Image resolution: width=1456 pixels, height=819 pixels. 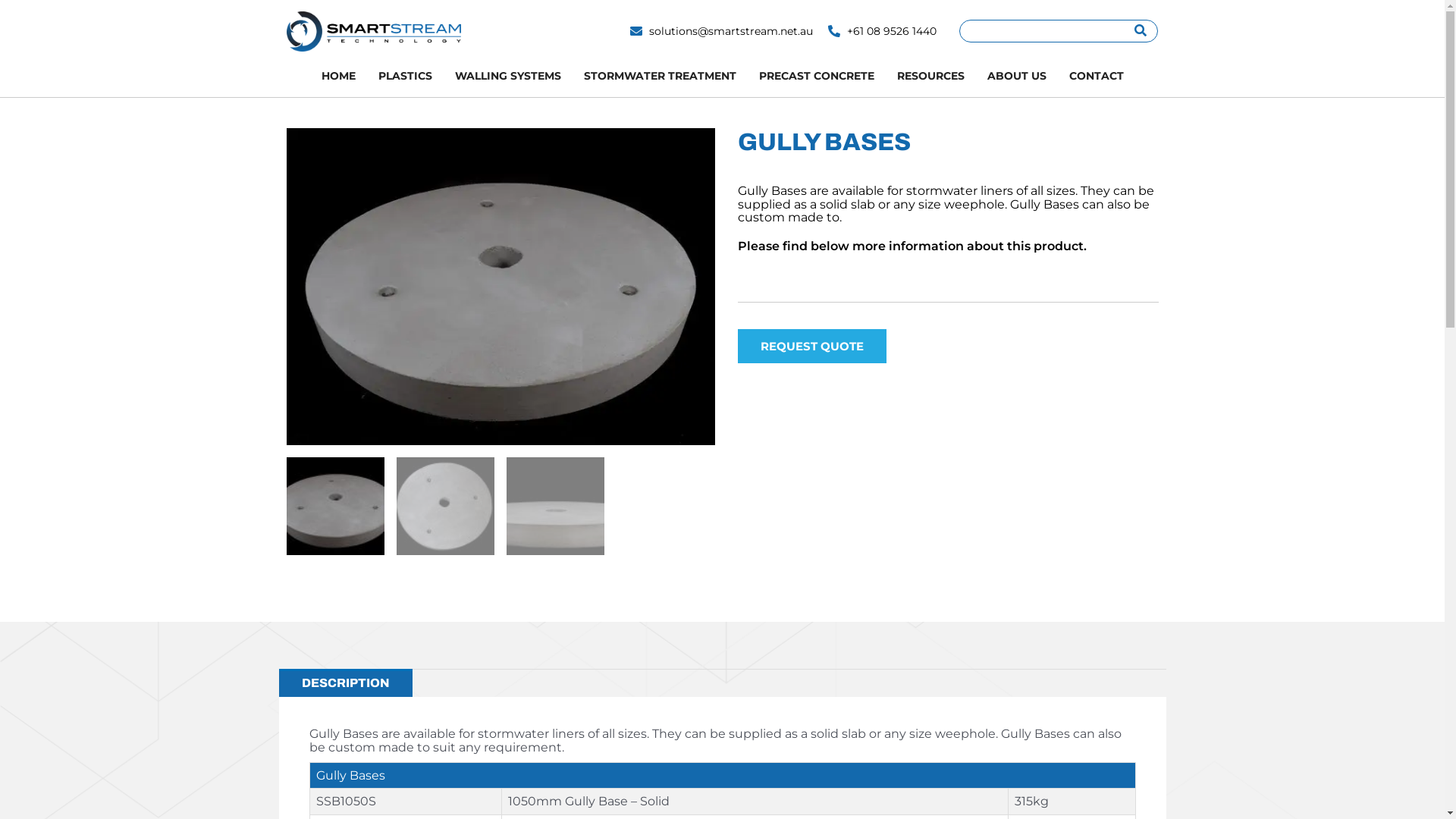 What do you see at coordinates (1015, 76) in the screenshot?
I see `'ABOUT US'` at bounding box center [1015, 76].